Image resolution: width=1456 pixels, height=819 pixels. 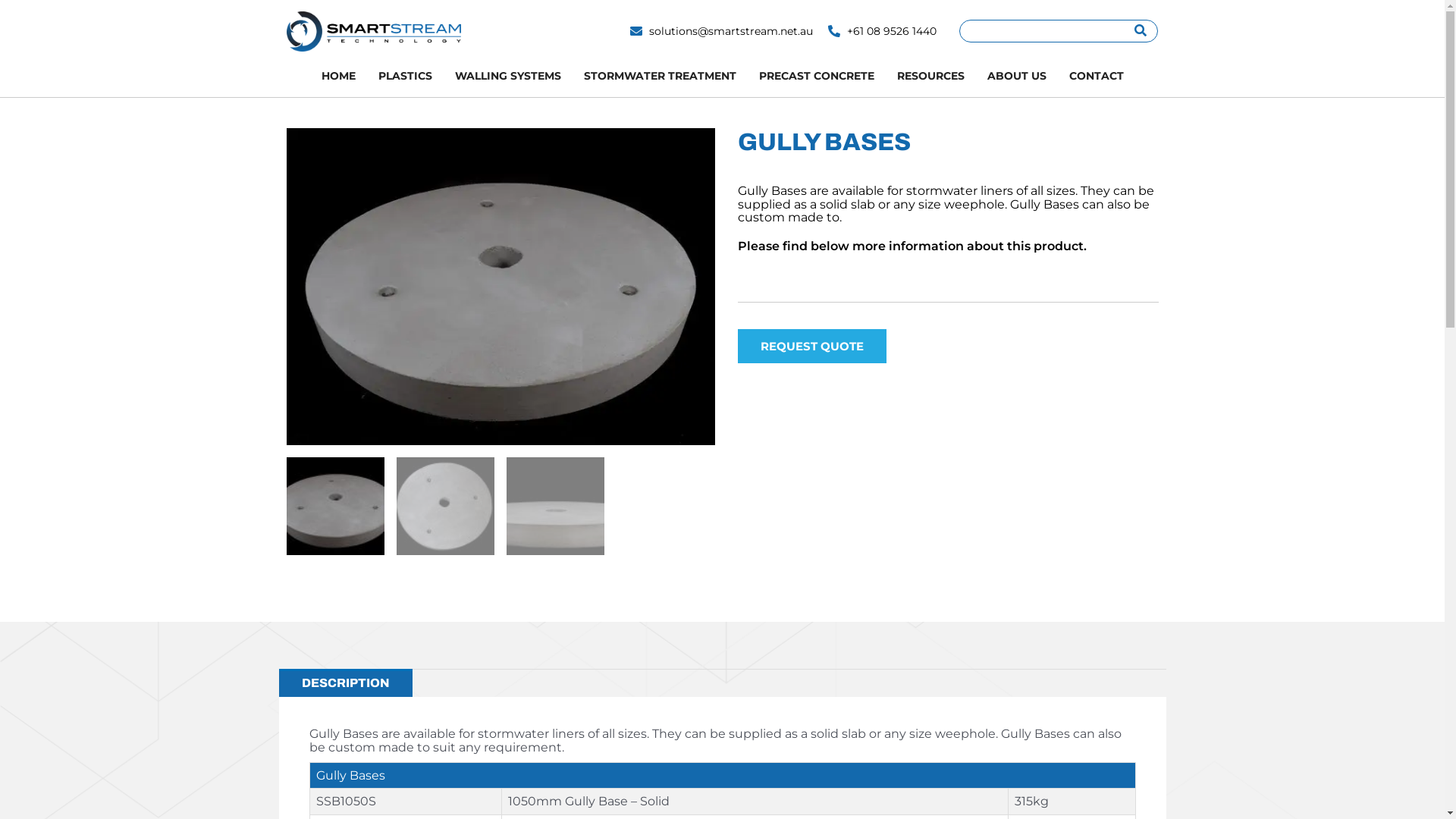 What do you see at coordinates (1015, 76) in the screenshot?
I see `'ABOUT US'` at bounding box center [1015, 76].